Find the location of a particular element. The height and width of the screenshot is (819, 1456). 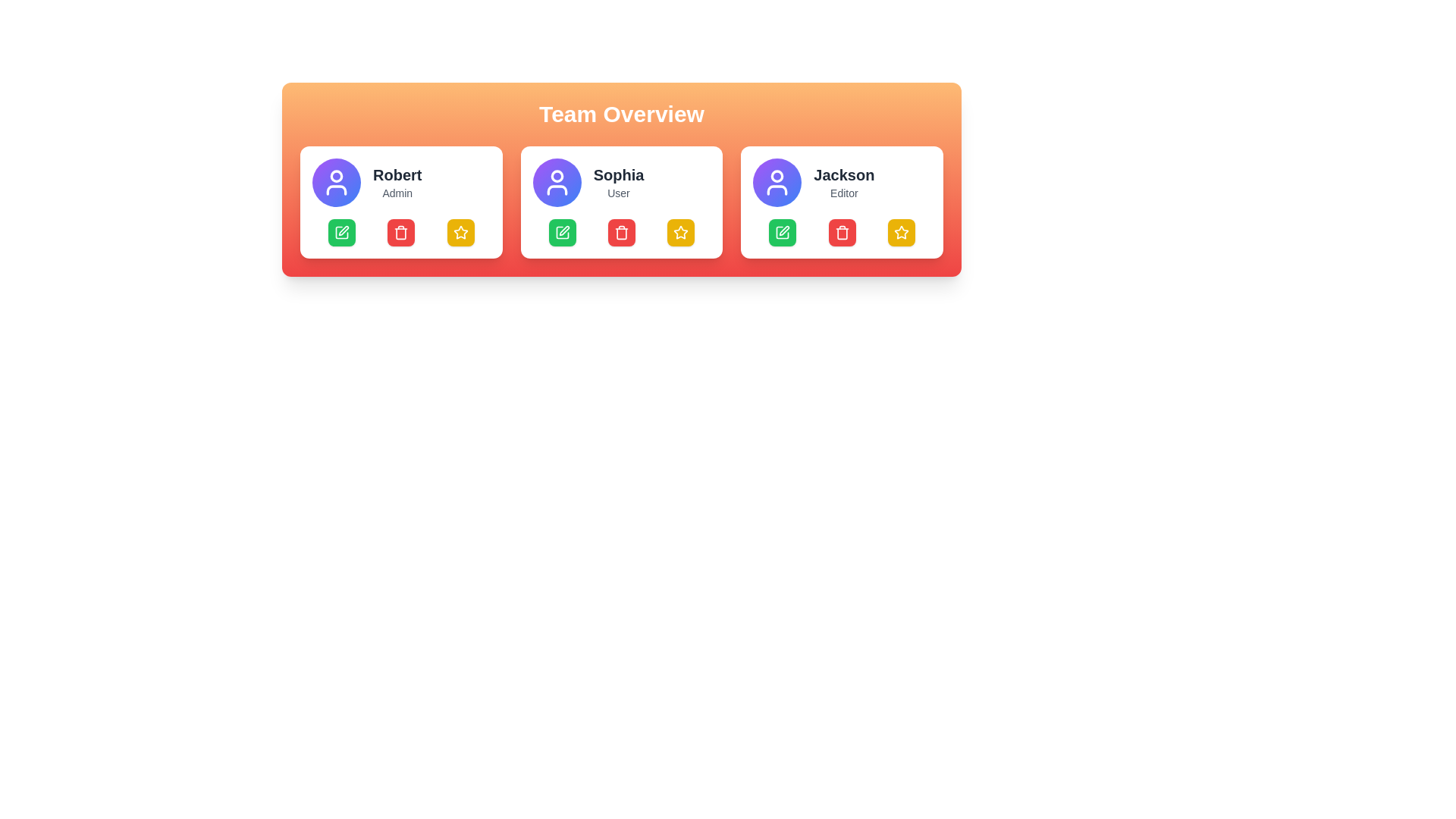

the user name 'Sophia' displayed in the middle user card is located at coordinates (619, 174).